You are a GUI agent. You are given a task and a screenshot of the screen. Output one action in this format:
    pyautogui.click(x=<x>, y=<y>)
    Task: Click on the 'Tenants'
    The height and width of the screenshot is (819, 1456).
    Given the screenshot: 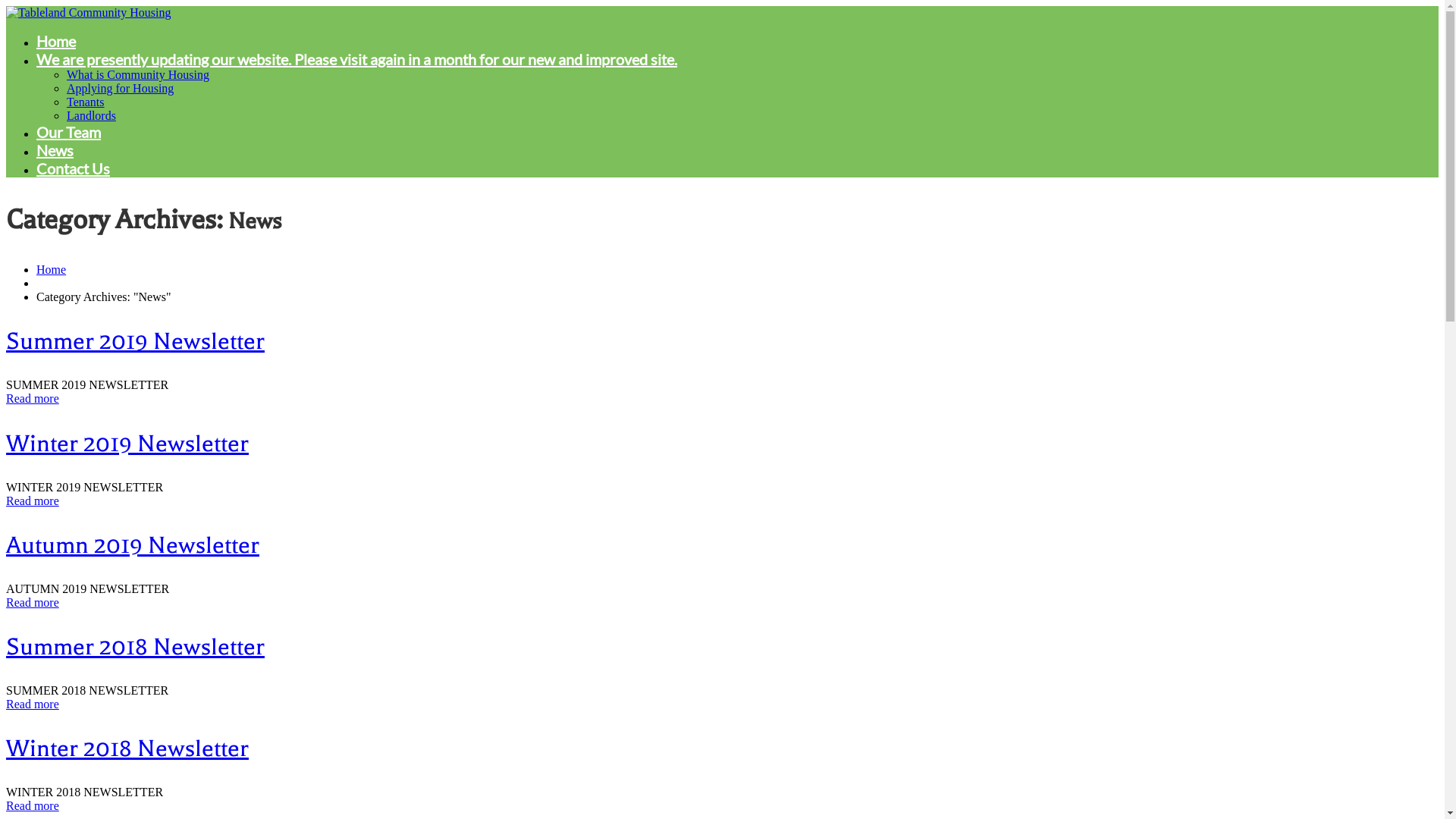 What is the action you would take?
    pyautogui.click(x=85, y=102)
    